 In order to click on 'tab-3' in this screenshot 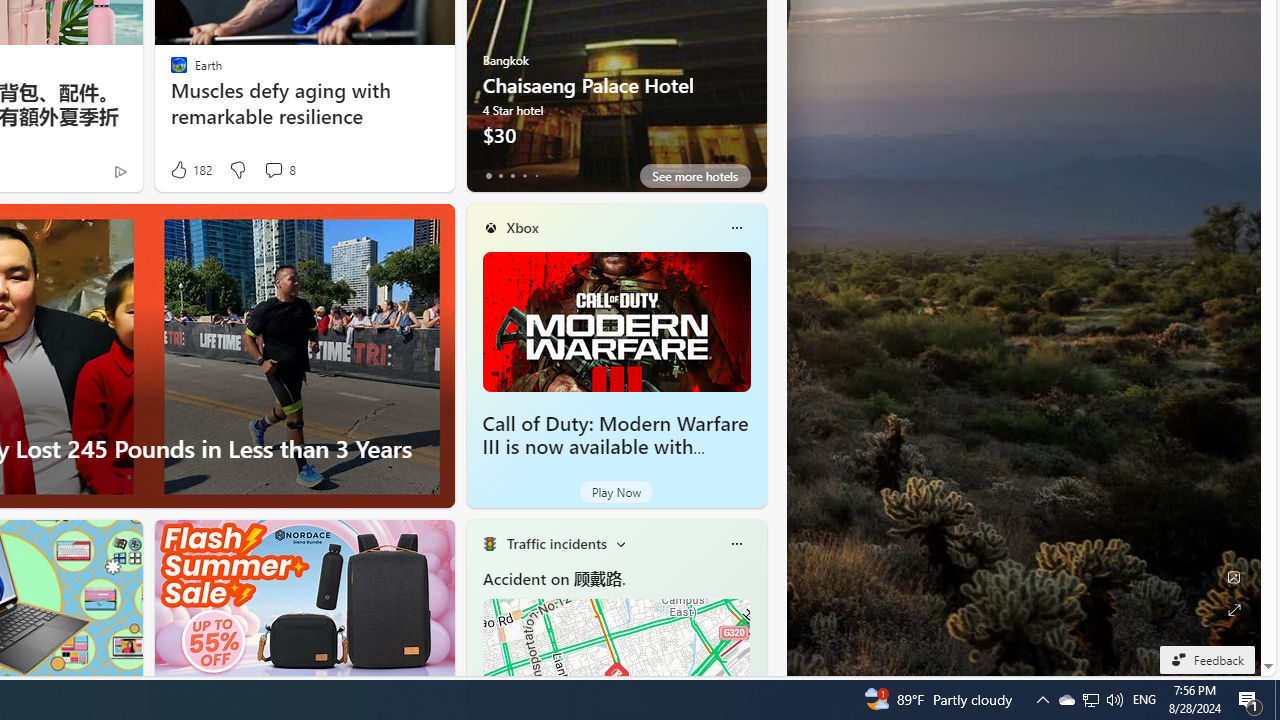, I will do `click(524, 175)`.